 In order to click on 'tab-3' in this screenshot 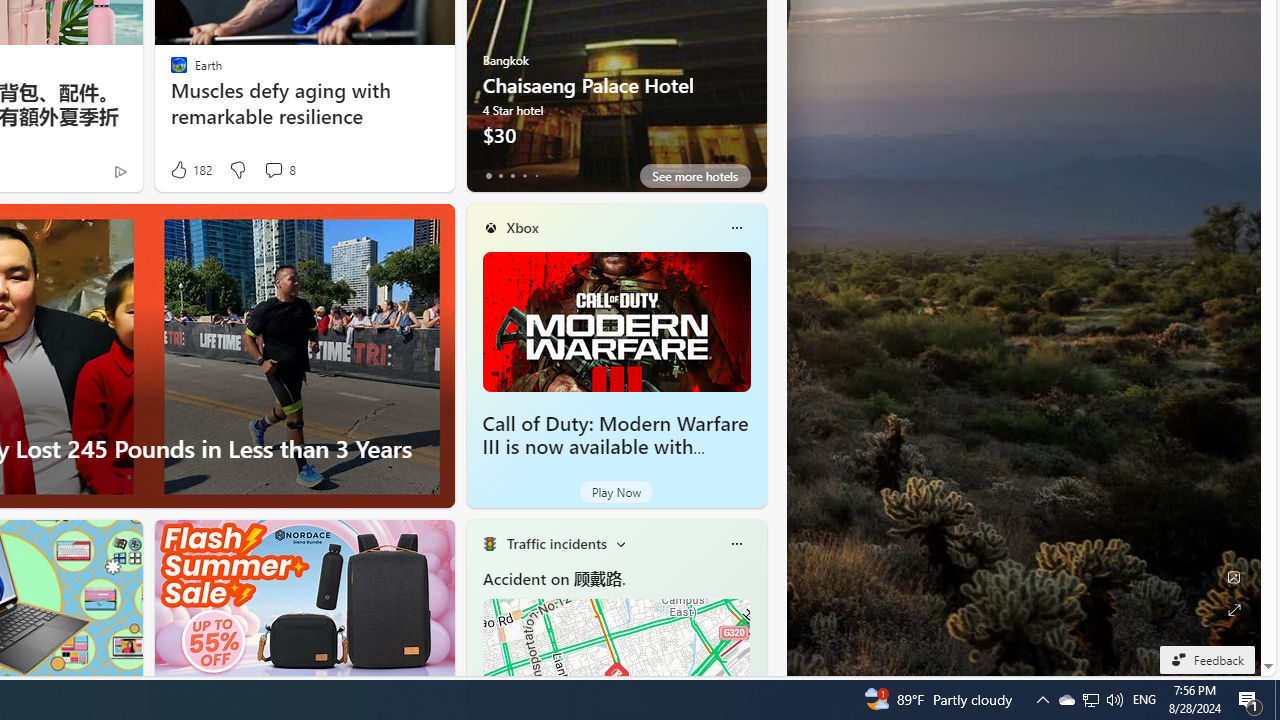, I will do `click(524, 175)`.